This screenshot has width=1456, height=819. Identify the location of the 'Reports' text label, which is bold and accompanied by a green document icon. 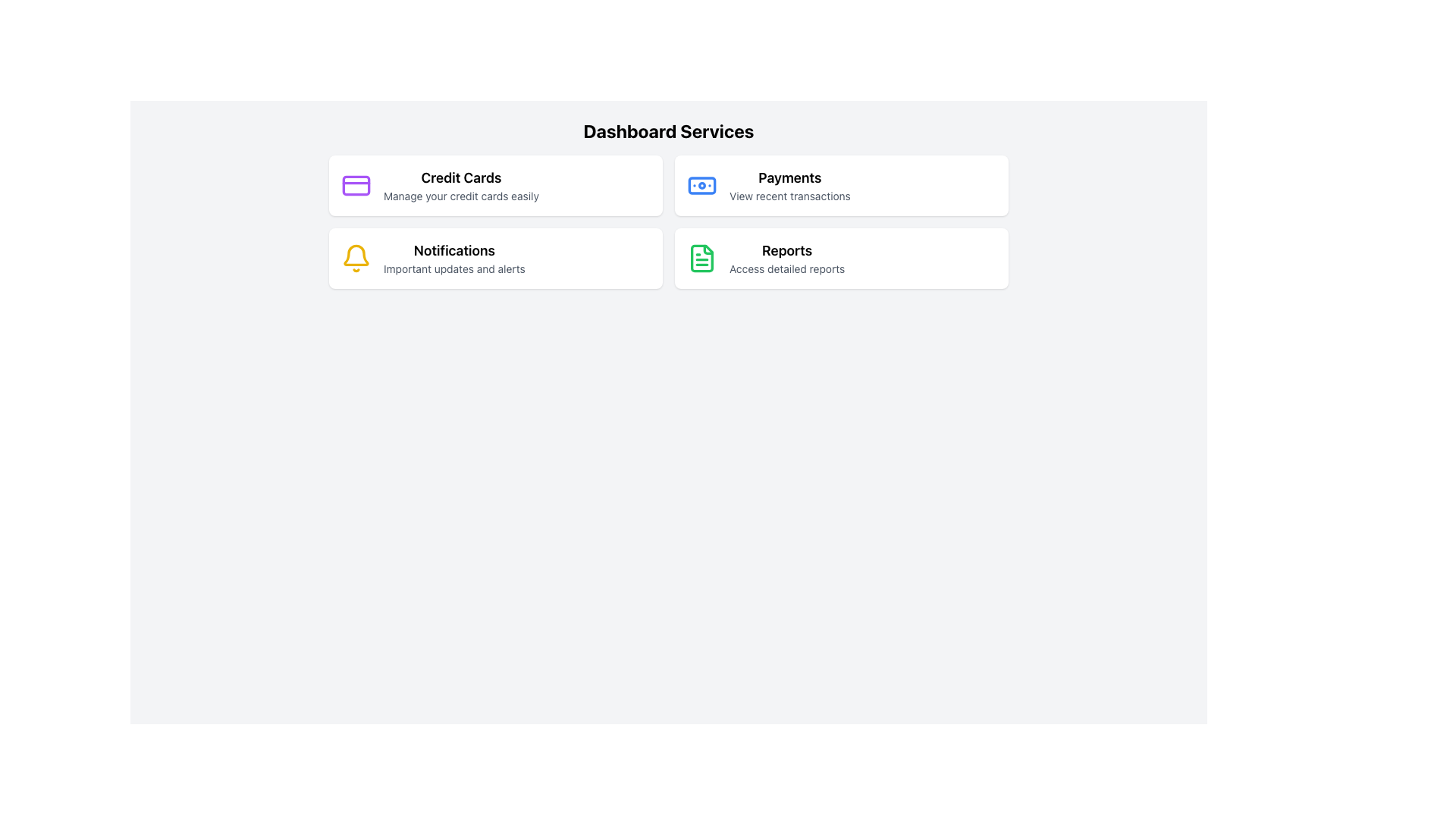
(786, 257).